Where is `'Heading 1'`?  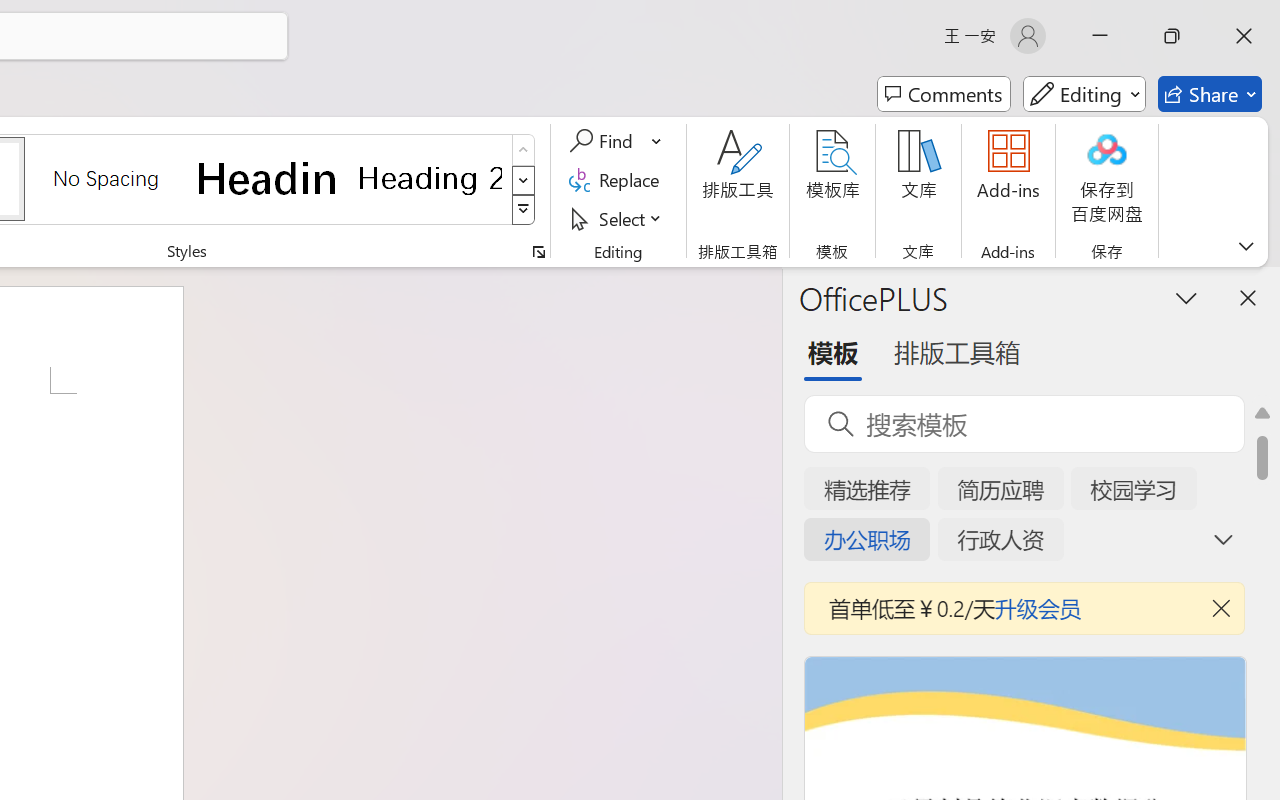
'Heading 1' is located at coordinates (267, 177).